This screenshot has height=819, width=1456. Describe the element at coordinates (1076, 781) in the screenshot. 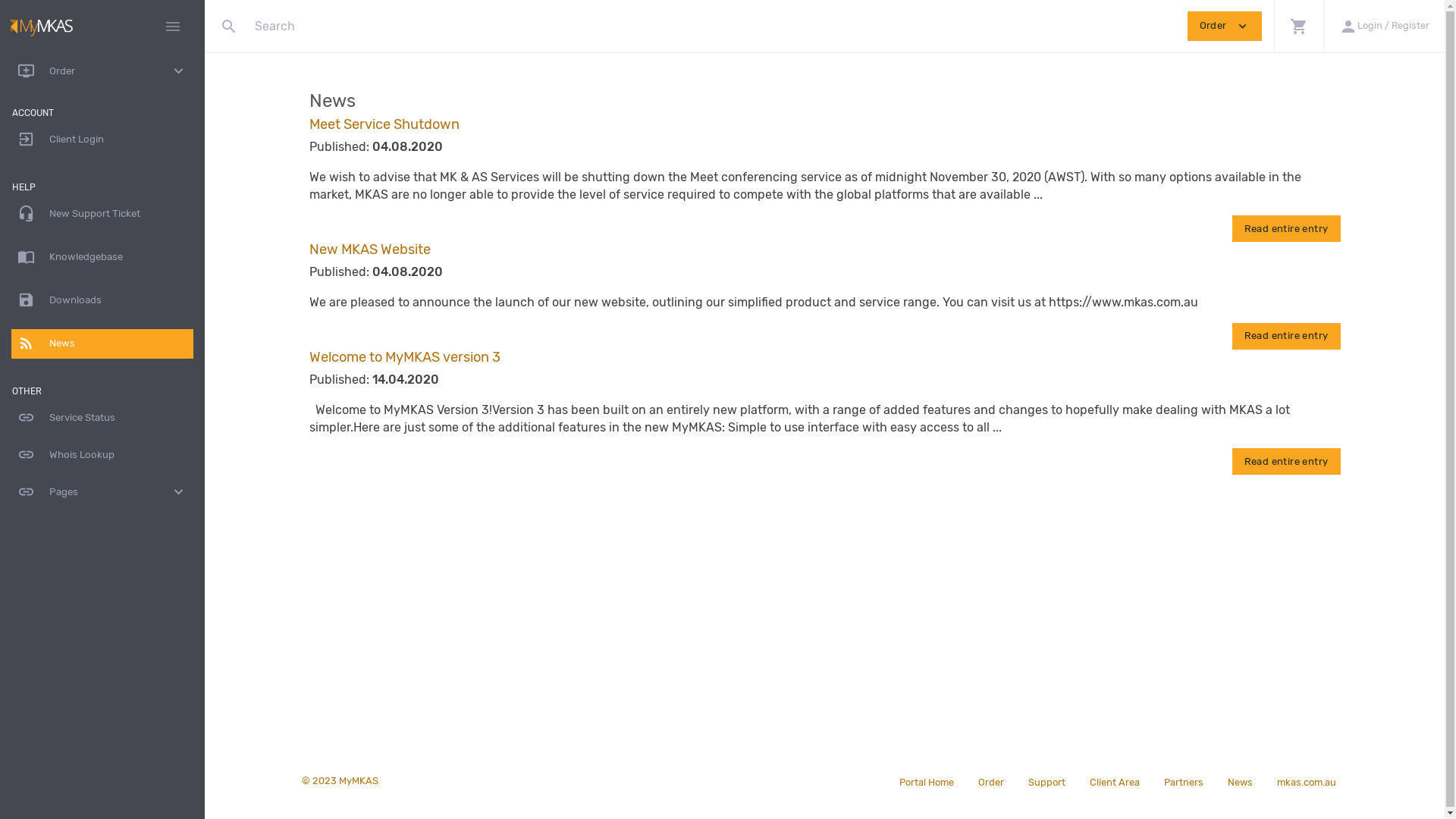

I see `'Client Area'` at that location.